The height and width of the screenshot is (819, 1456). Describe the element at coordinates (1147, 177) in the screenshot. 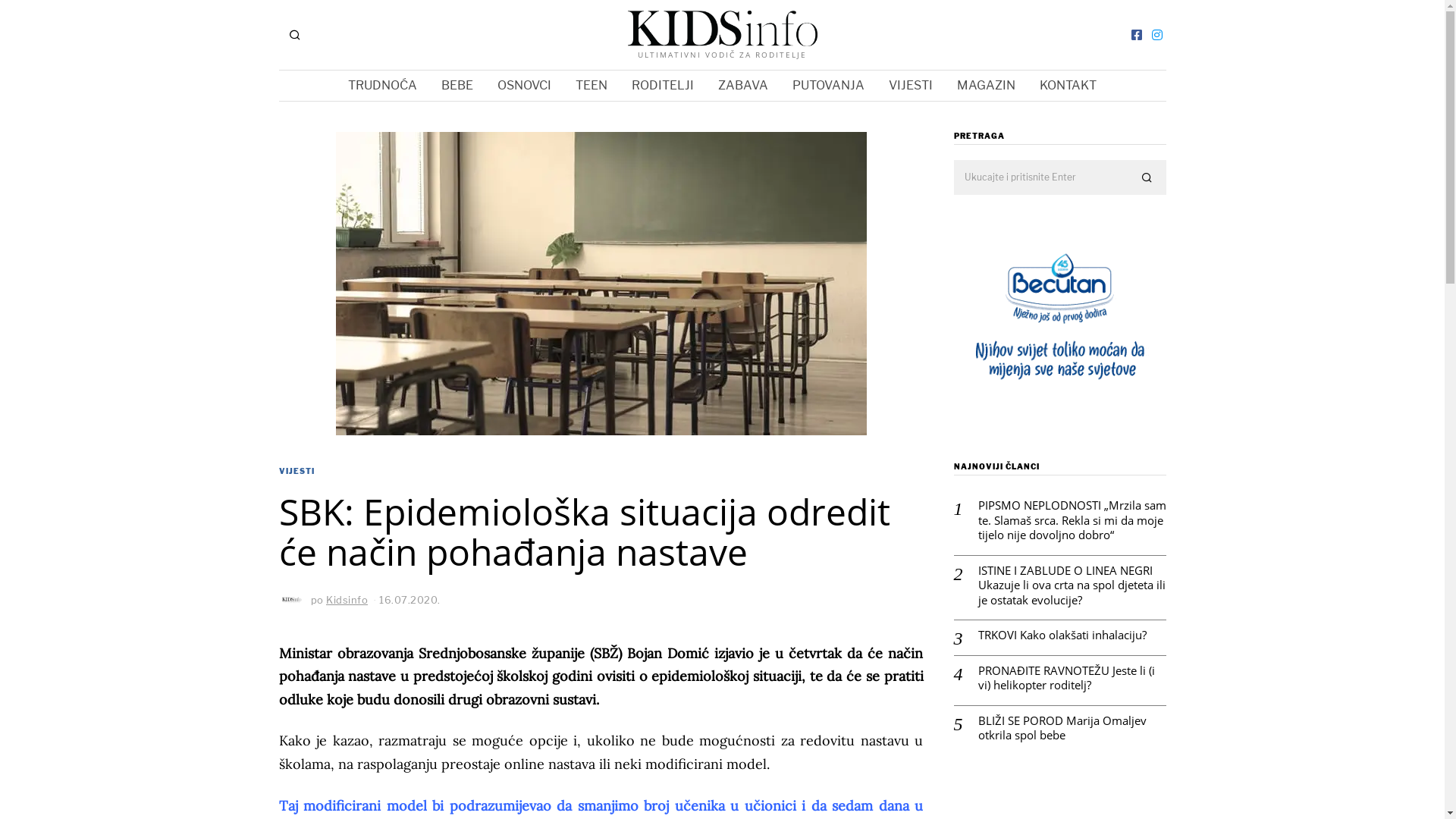

I see `'Go'` at that location.